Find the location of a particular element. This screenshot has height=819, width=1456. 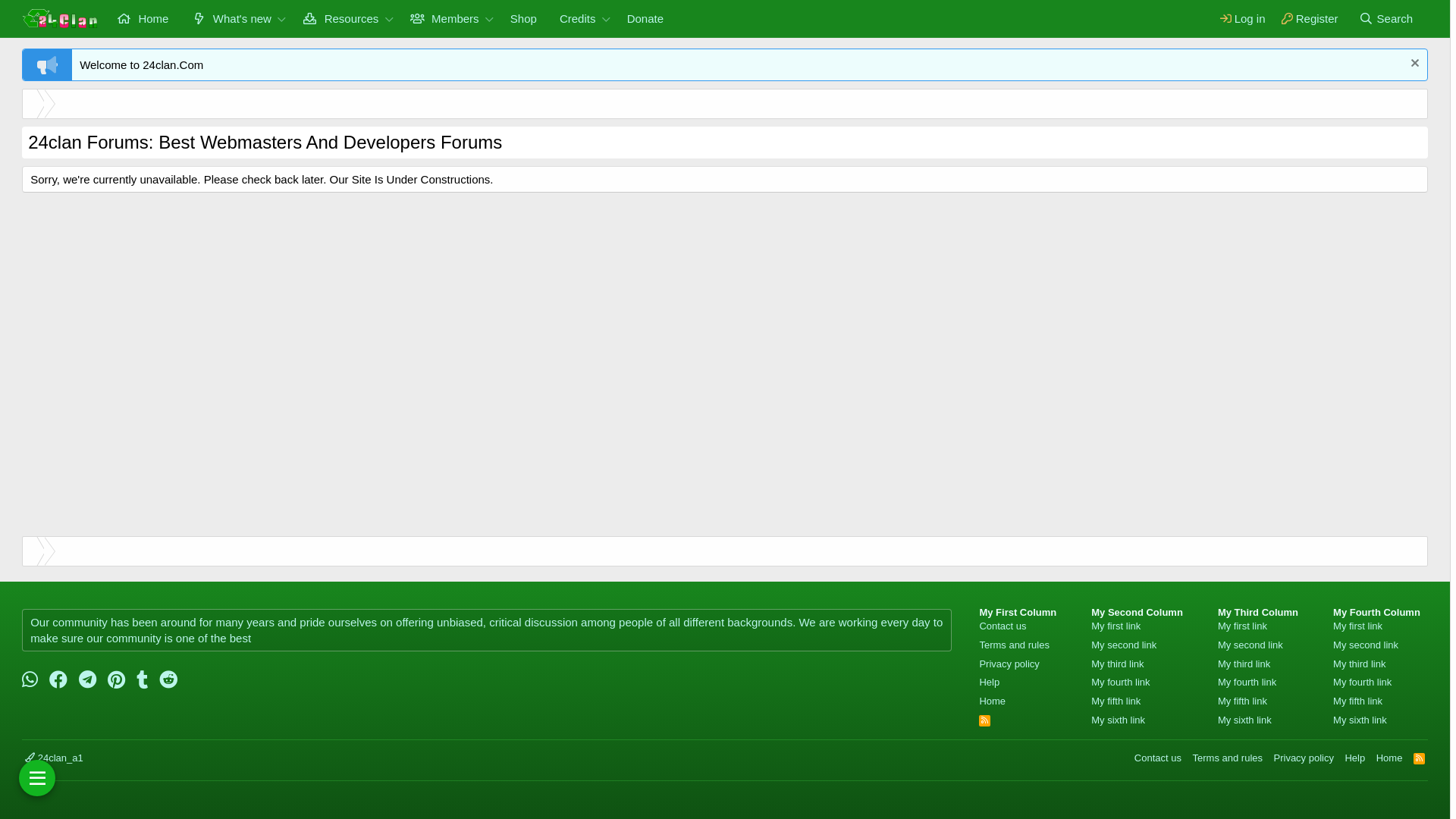

'Credits' is located at coordinates (571, 18).